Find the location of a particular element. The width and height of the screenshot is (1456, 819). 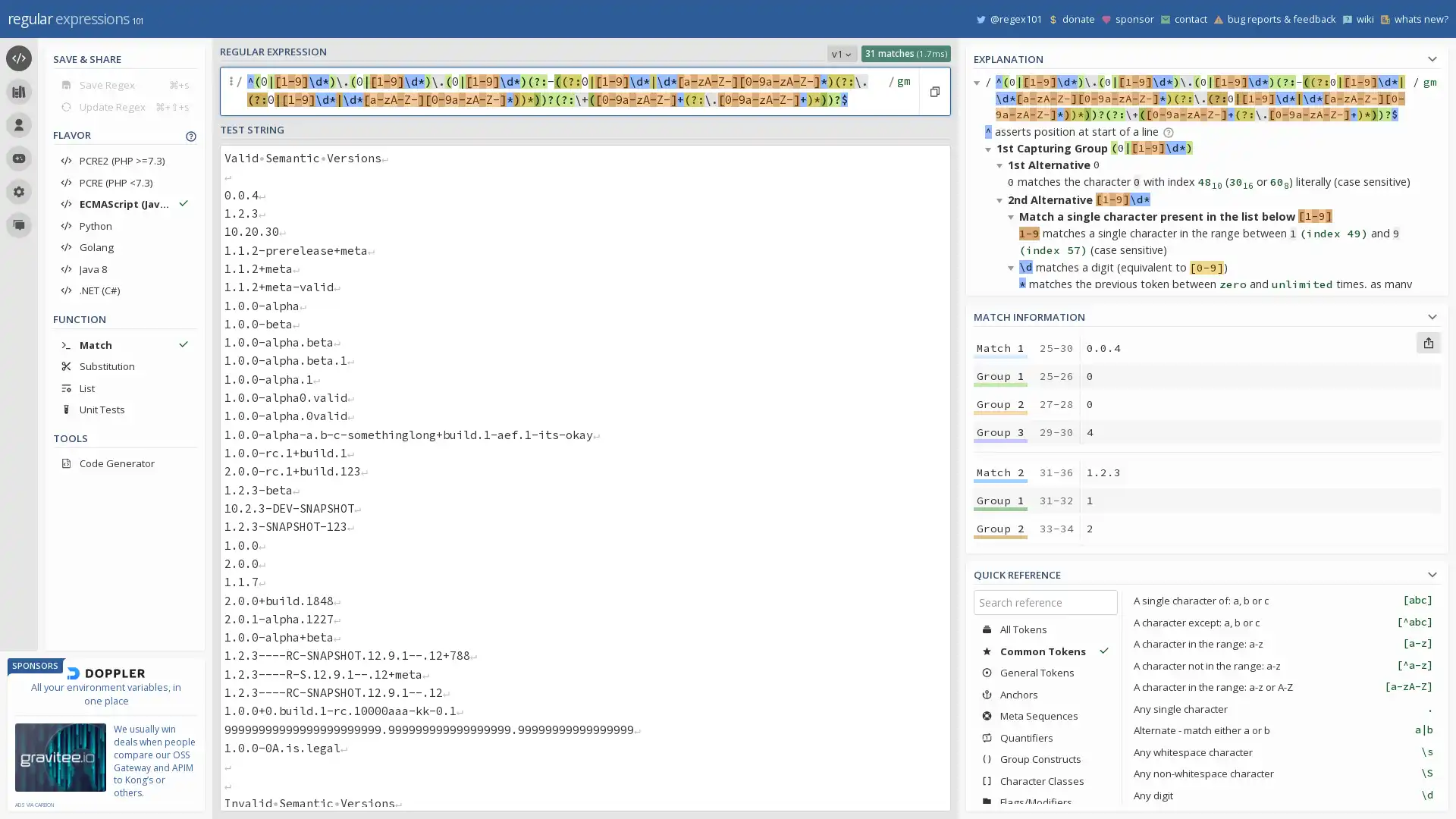

Substitution is located at coordinates (124, 366).